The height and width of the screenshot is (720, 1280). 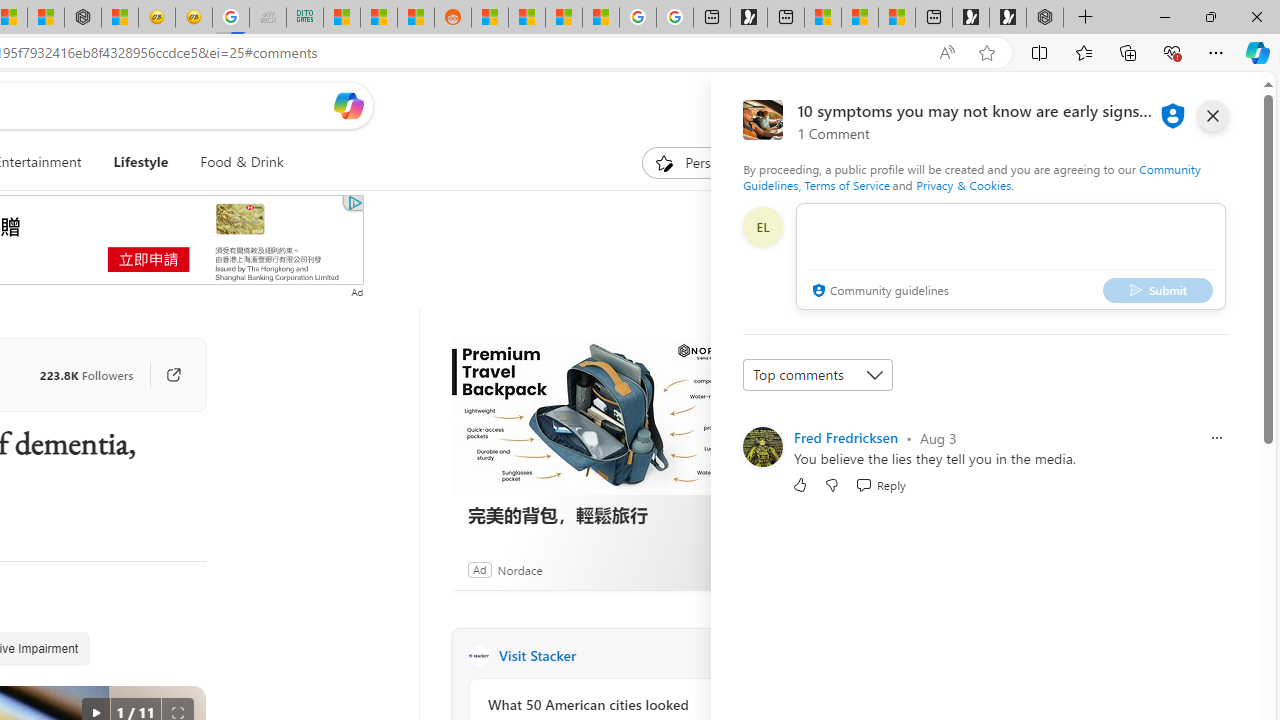 What do you see at coordinates (971, 176) in the screenshot?
I see `'Community Guidelines'` at bounding box center [971, 176].